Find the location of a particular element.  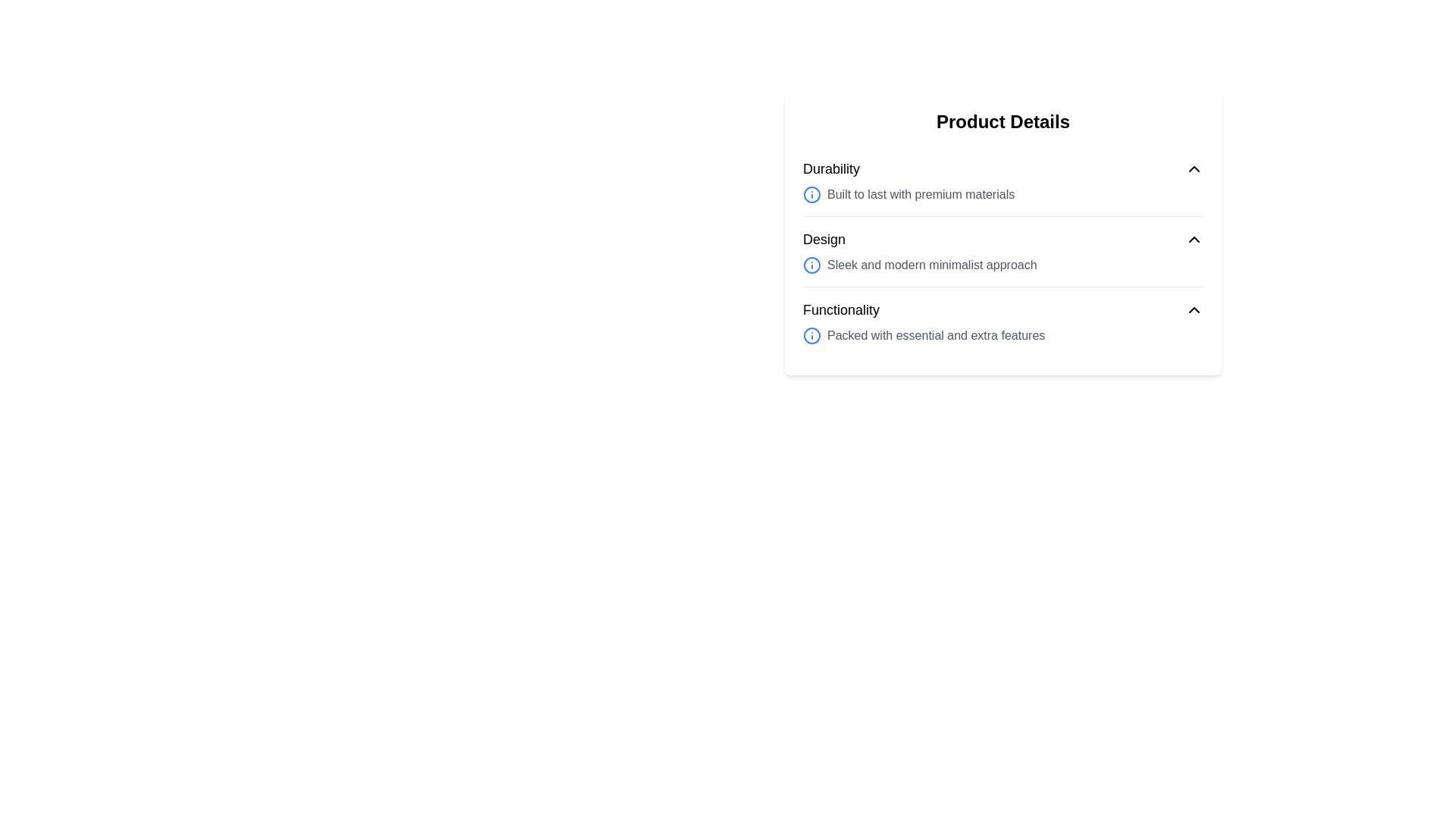

the SVG Circle element with a blue border located beside the 'Durability' text is located at coordinates (811, 194).